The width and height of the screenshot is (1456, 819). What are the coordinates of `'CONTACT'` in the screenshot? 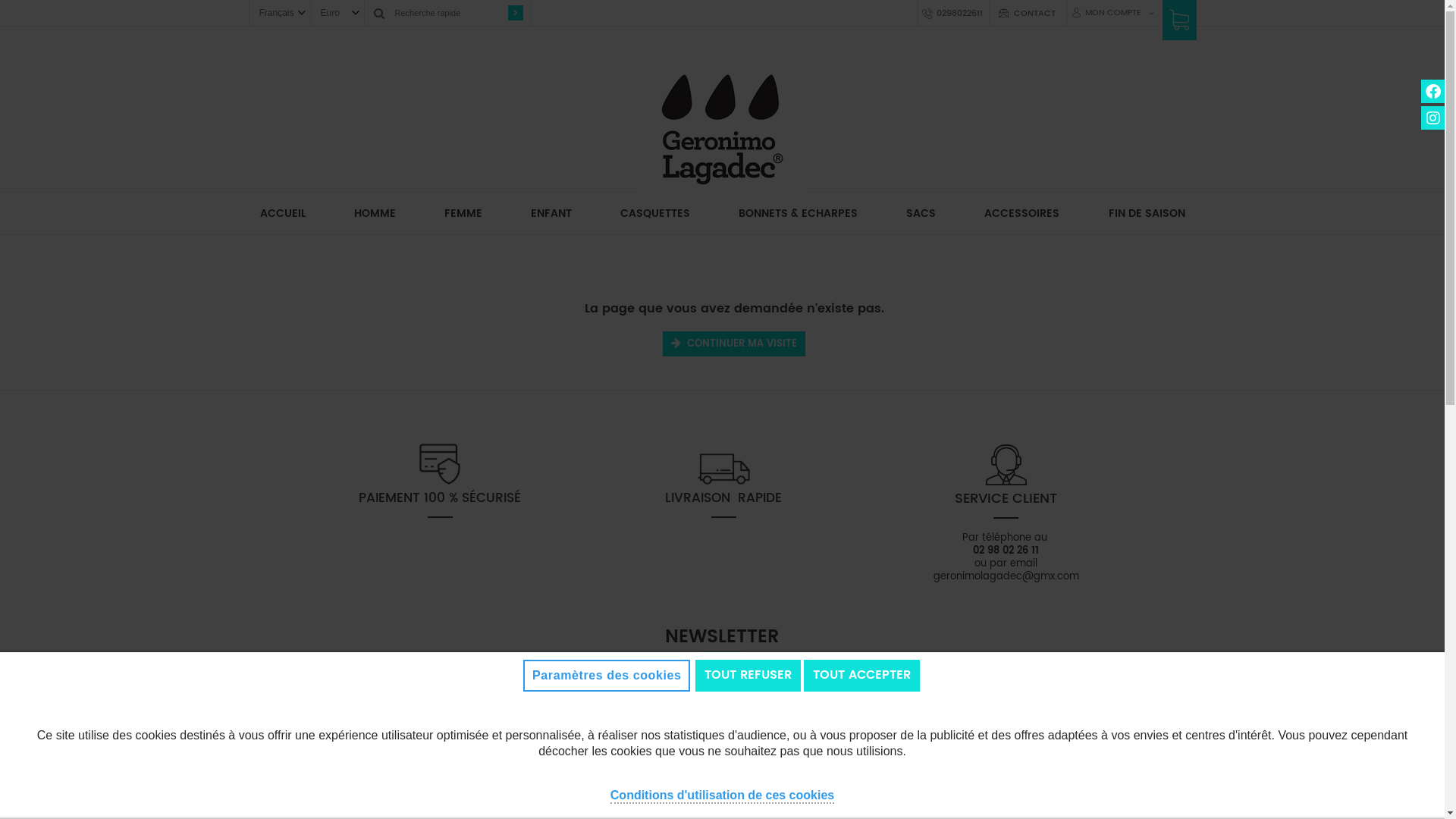 It's located at (1033, 14).